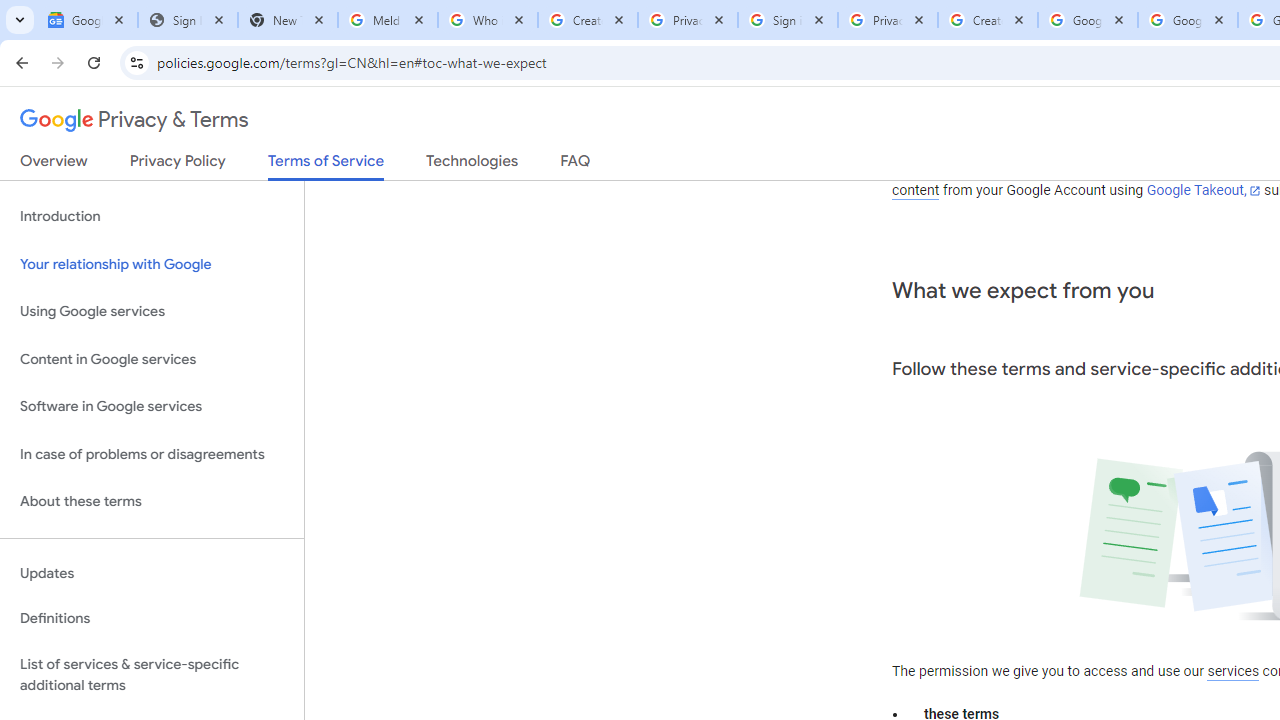  What do you see at coordinates (151, 263) in the screenshot?
I see `'Your relationship with Google'` at bounding box center [151, 263].